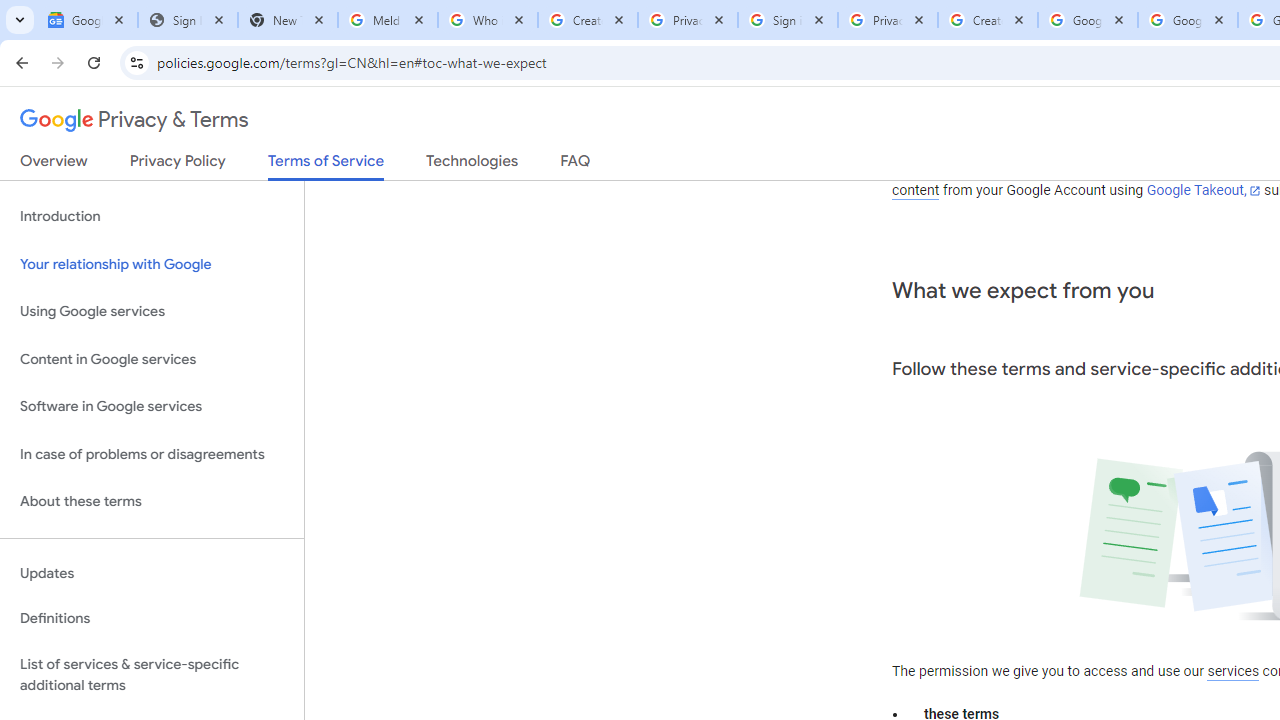  What do you see at coordinates (151, 263) in the screenshot?
I see `'Your relationship with Google'` at bounding box center [151, 263].